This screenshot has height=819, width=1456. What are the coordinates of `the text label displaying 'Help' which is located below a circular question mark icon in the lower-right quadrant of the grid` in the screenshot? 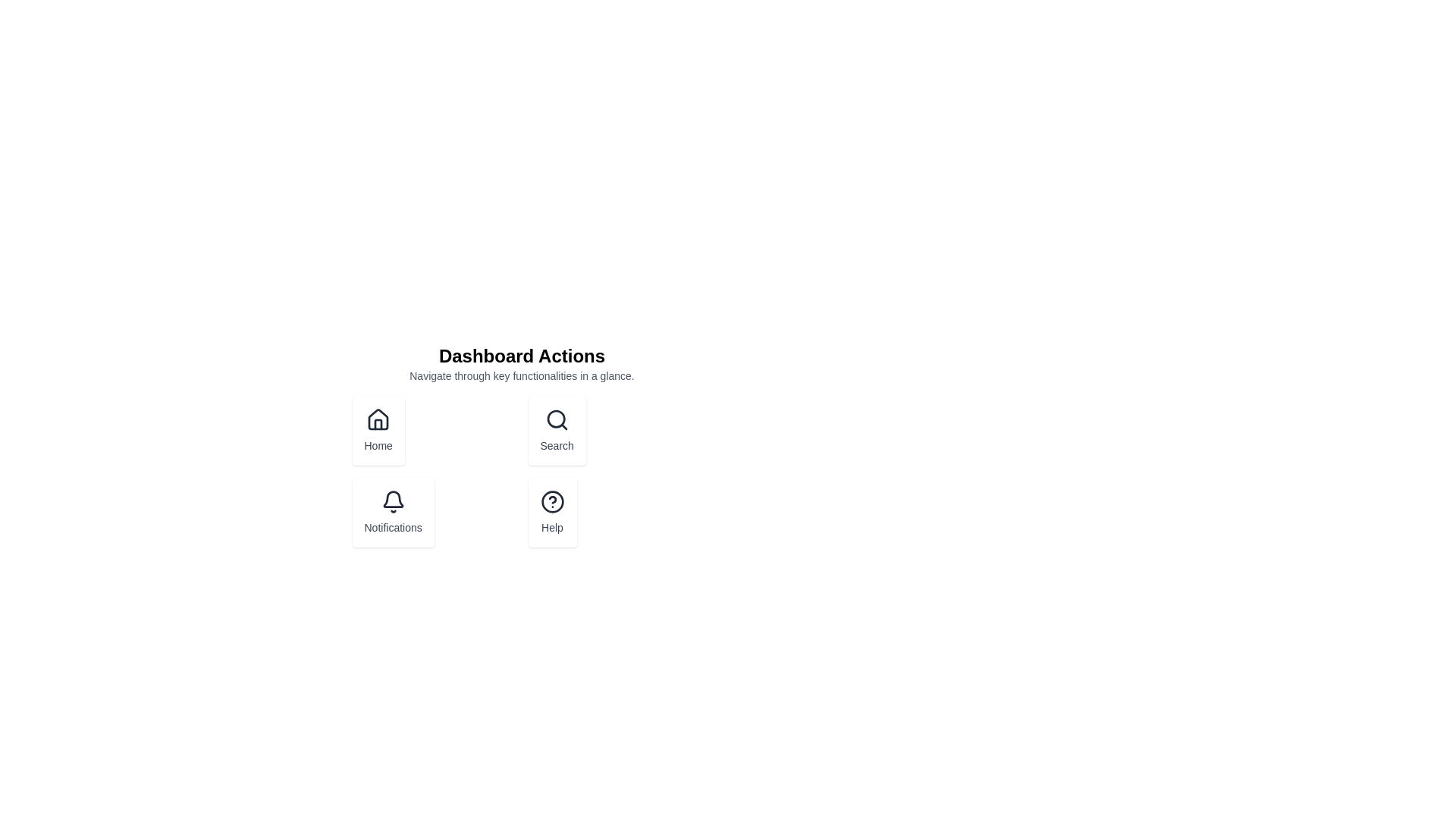 It's located at (551, 526).